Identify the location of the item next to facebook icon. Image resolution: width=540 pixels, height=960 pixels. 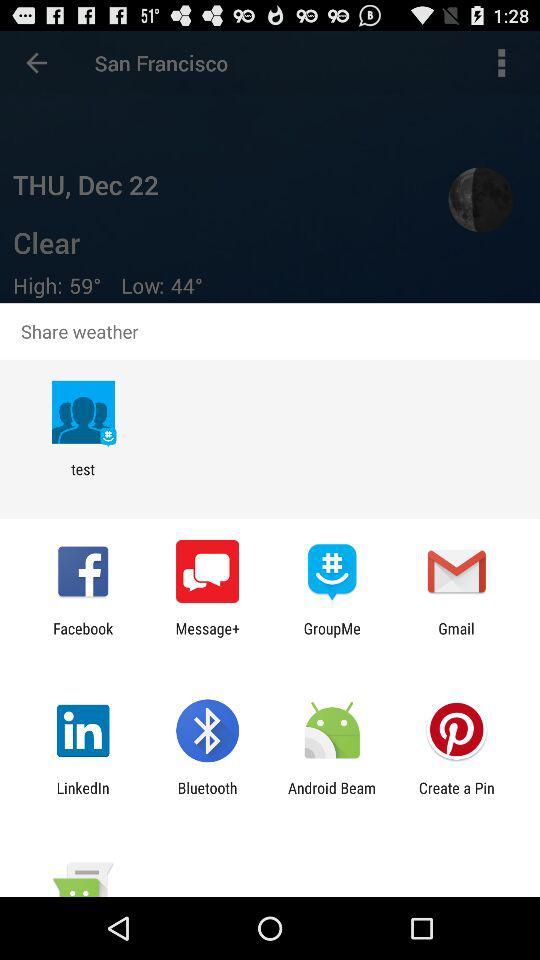
(206, 636).